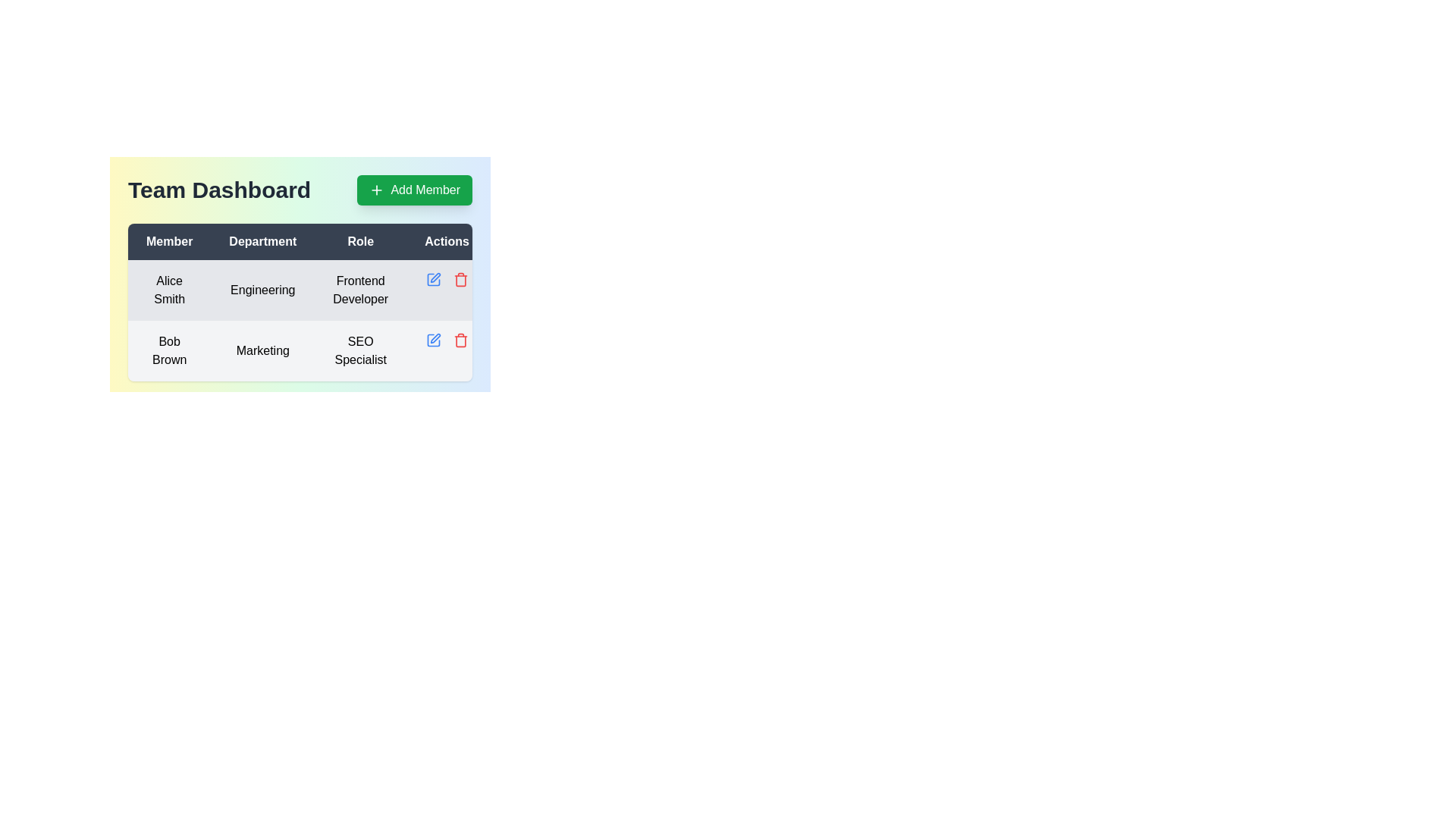 This screenshot has height=819, width=1456. Describe the element at coordinates (359, 290) in the screenshot. I see `the text label displaying 'Frontend Developer' located in the third column of the first row beneath the 'Role' column header` at that location.